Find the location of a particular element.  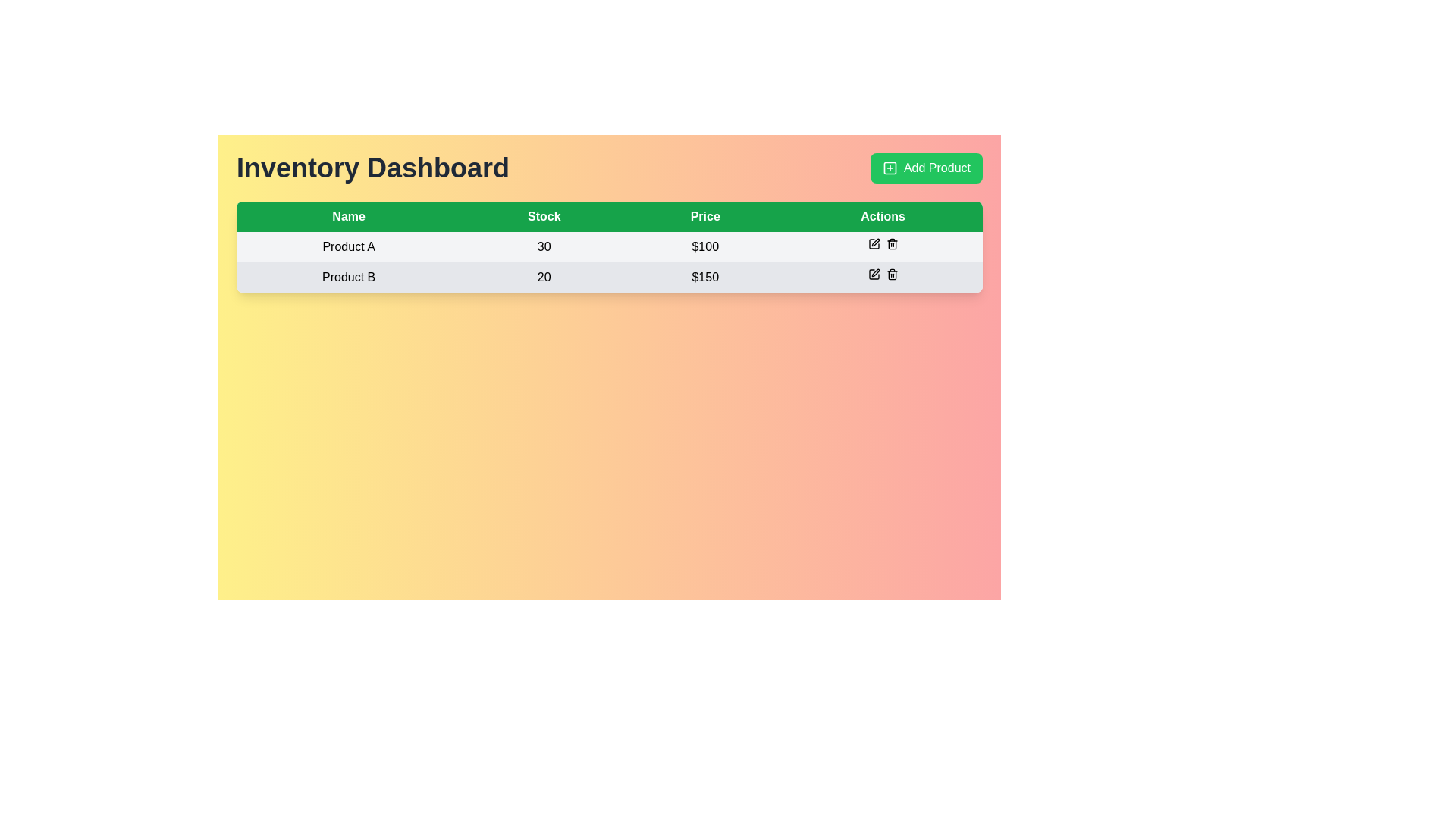

the text label that is the third column header in the table, positioned between 'Stock' and 'Actions' is located at coordinates (704, 216).